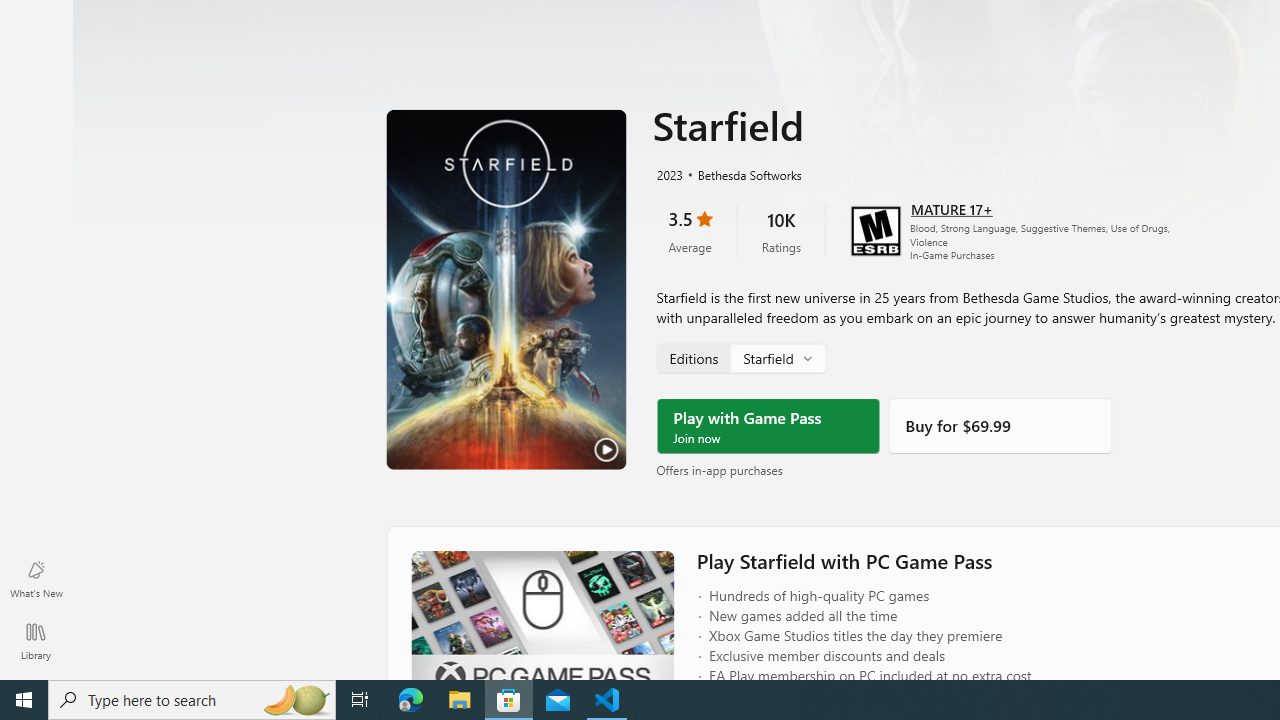  What do you see at coordinates (1000, 425) in the screenshot?
I see `'Buy'` at bounding box center [1000, 425].